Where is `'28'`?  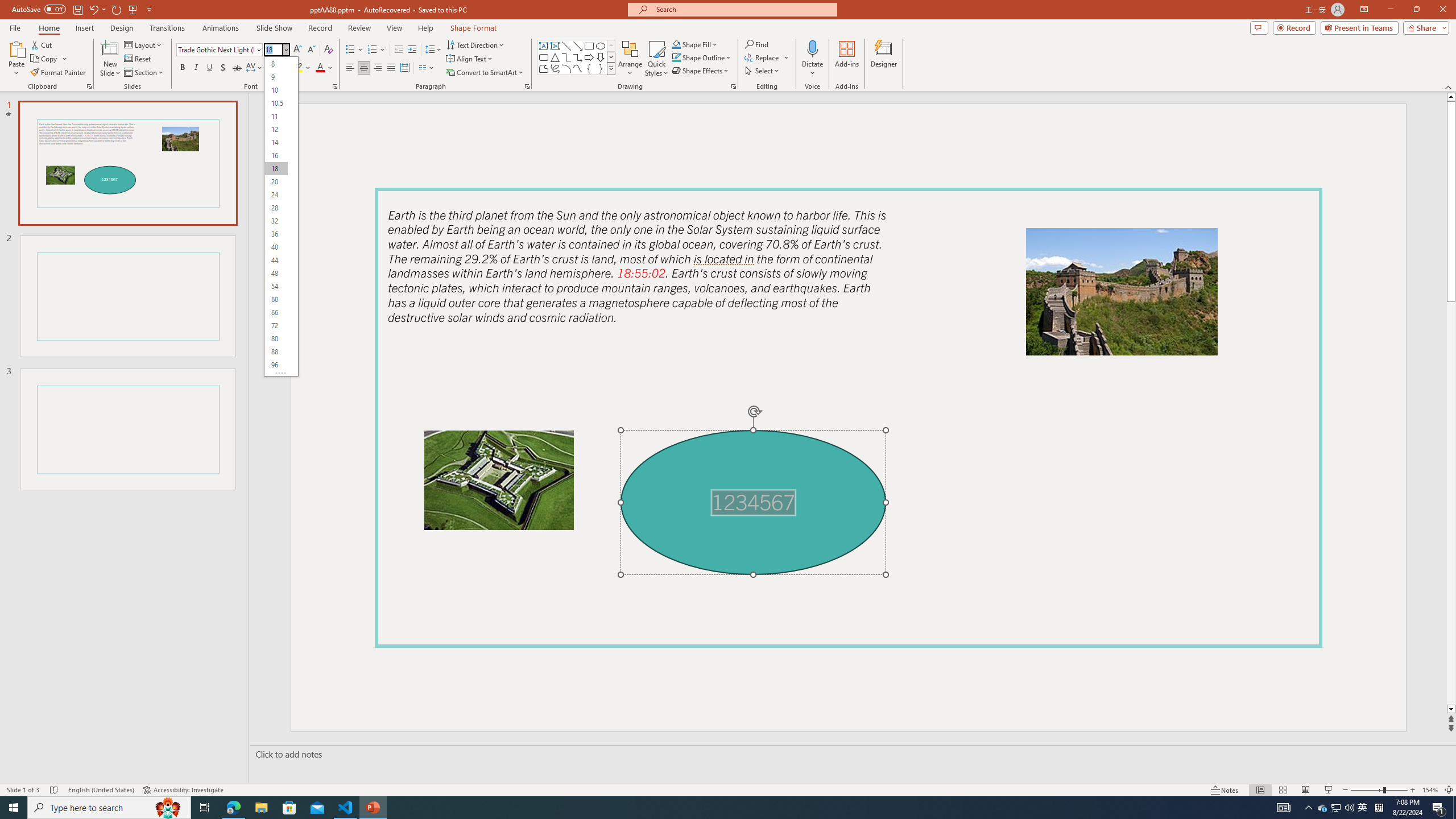 '28' is located at coordinates (276, 207).